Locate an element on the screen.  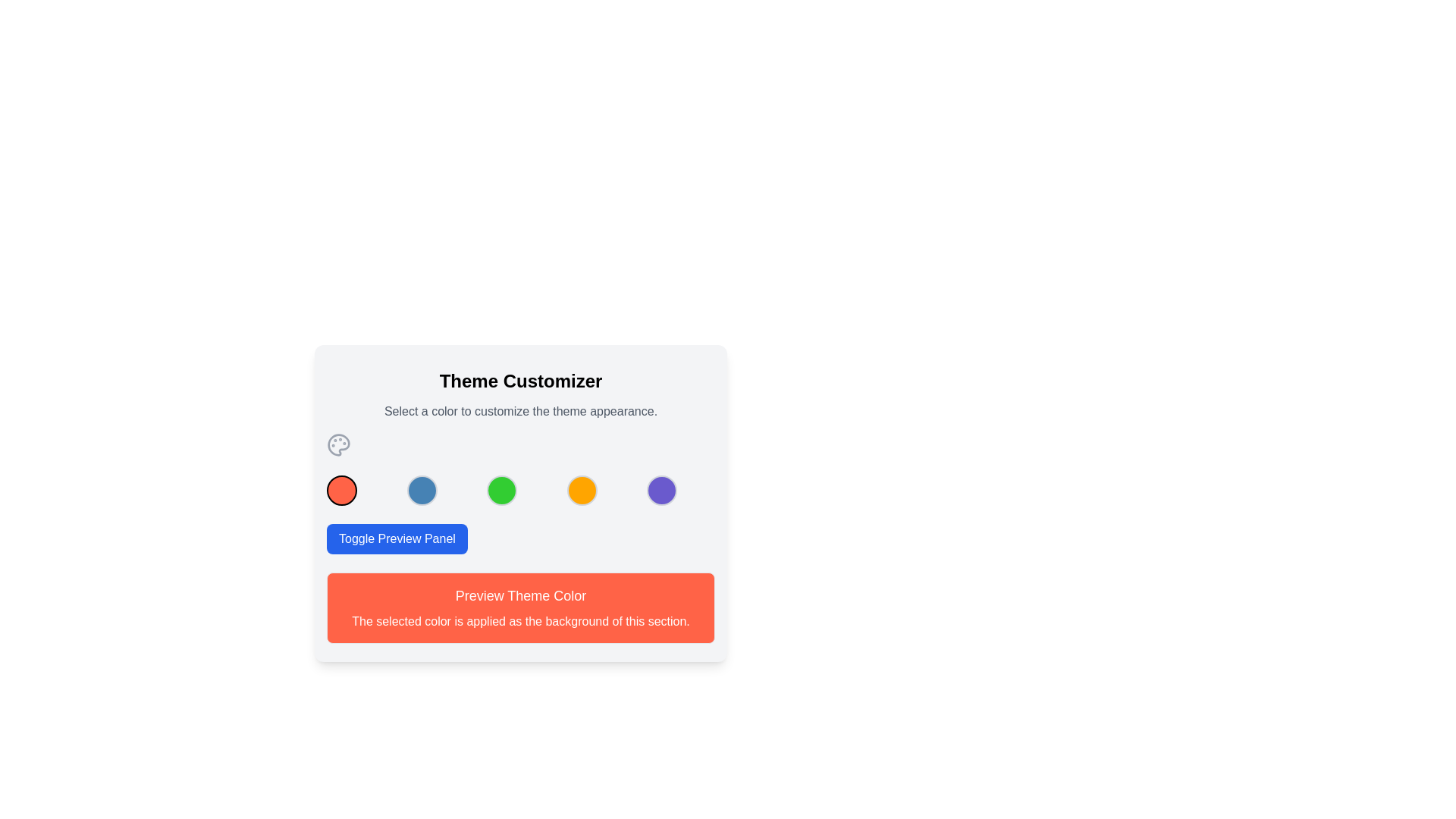
the fourth circular button from the left in the theme customizer interface is located at coordinates (581, 491).